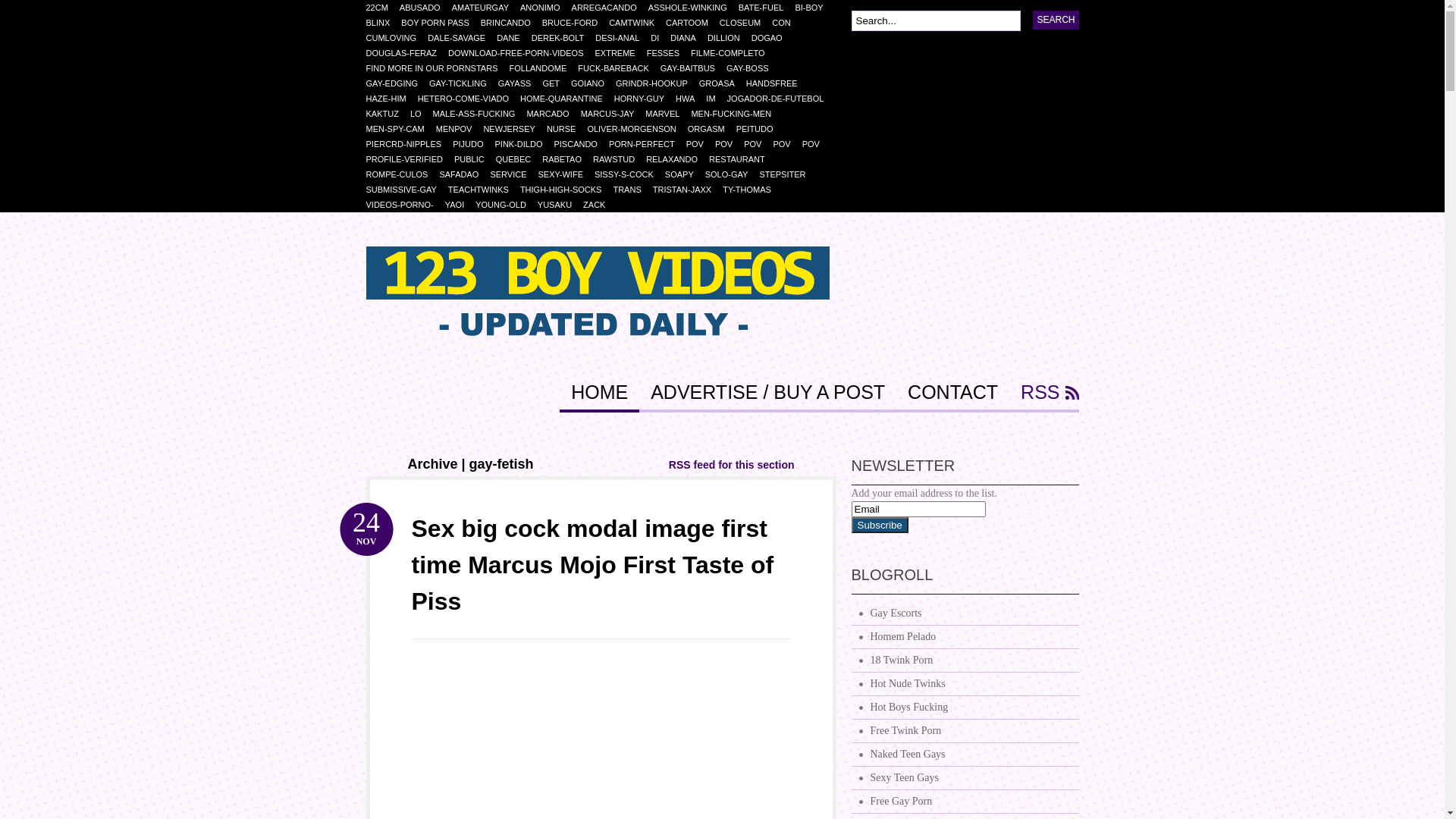  Describe the element at coordinates (722, 189) in the screenshot. I see `'TY-THOMAS'` at that location.